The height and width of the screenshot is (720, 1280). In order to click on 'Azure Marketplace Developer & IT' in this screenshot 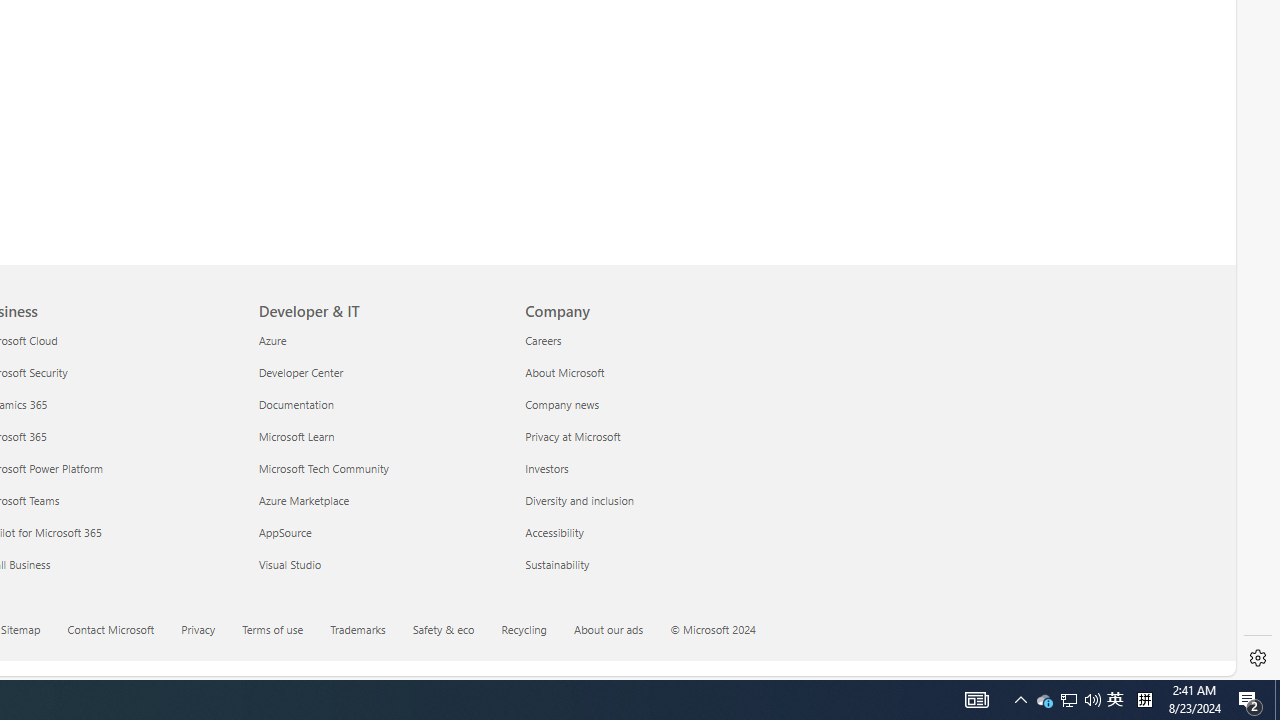, I will do `click(303, 499)`.